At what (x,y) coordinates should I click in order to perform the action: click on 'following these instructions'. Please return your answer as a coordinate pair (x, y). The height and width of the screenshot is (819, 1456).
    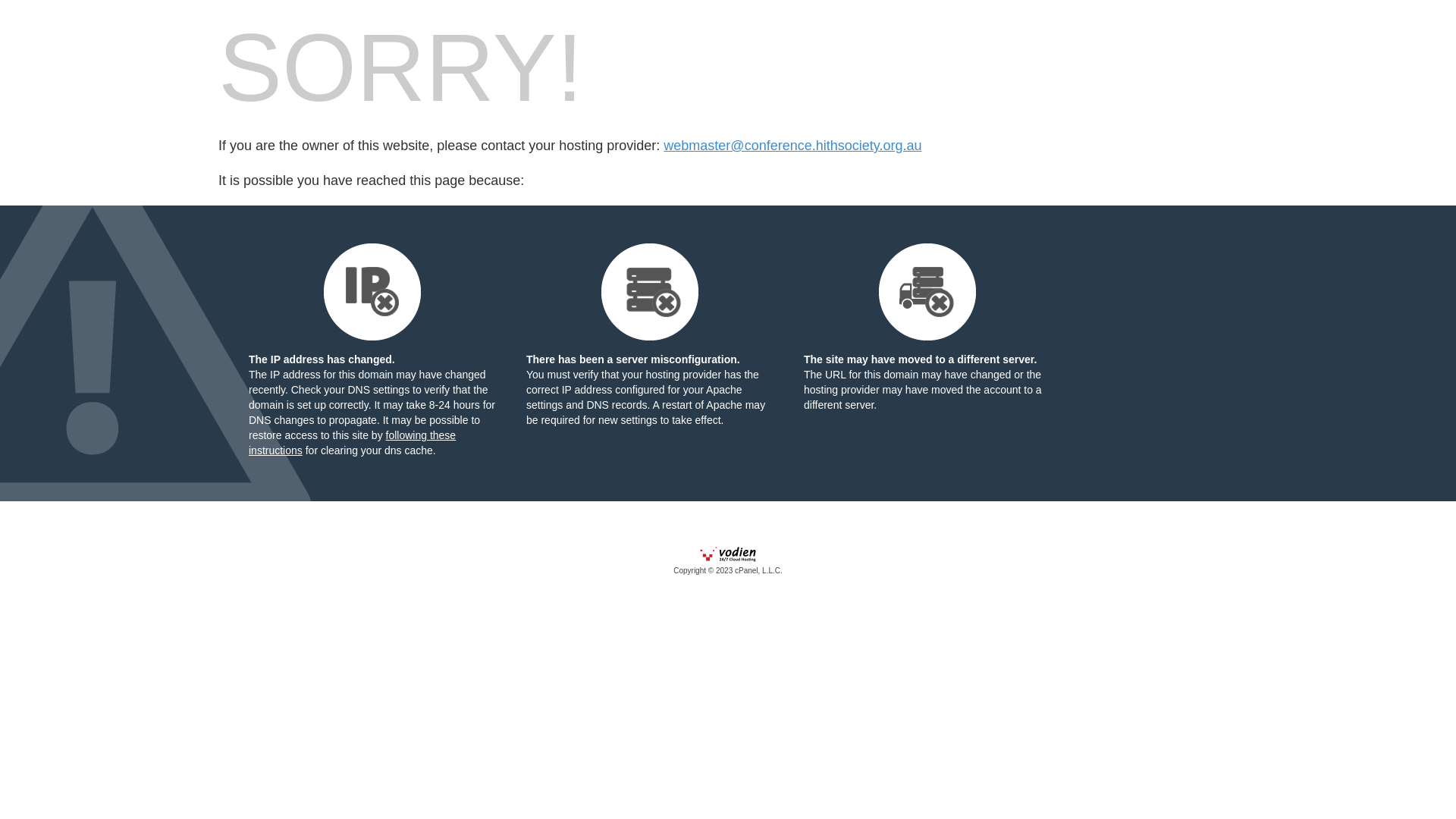
    Looking at the image, I should click on (351, 442).